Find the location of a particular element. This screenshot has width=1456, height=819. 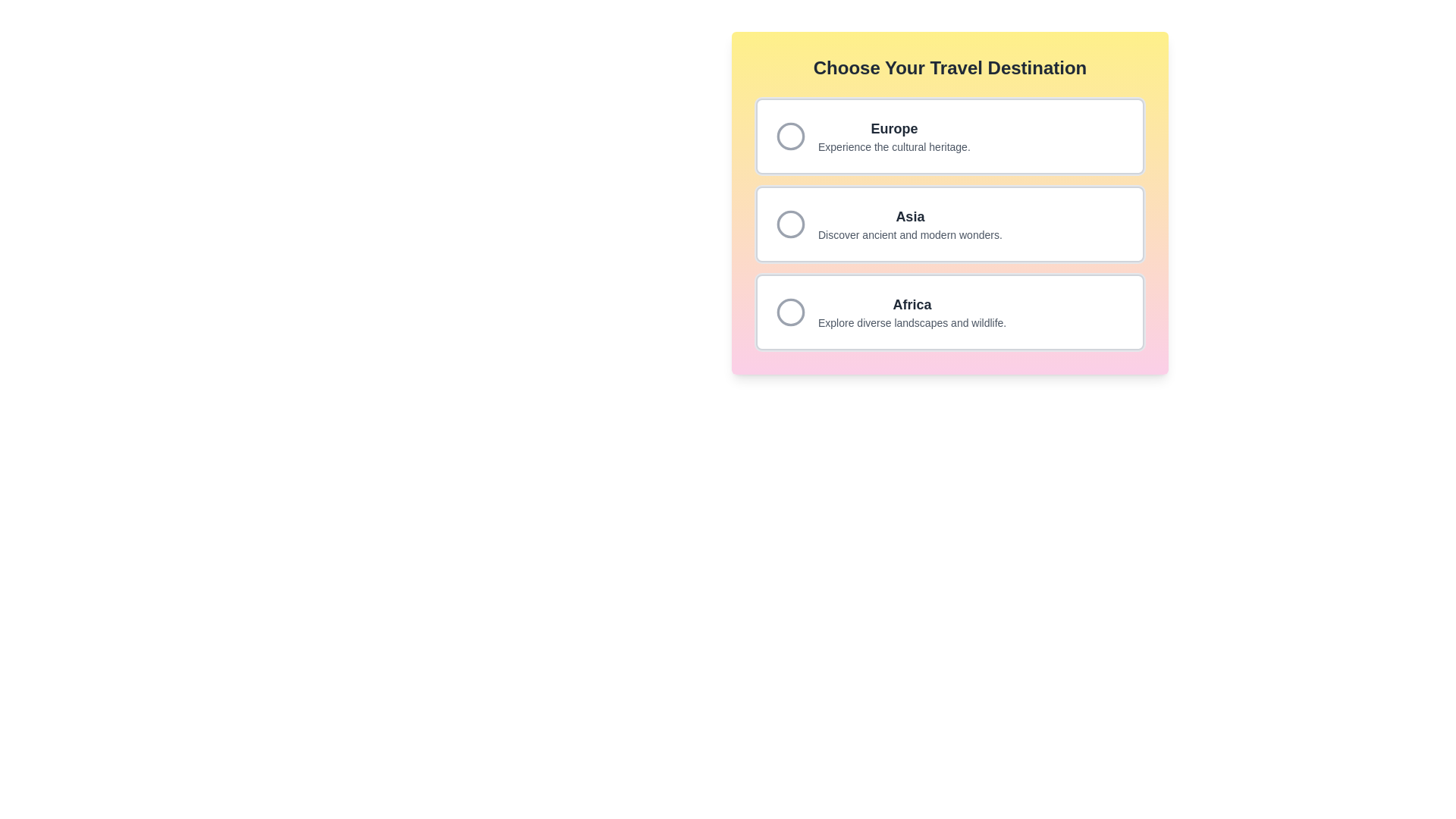

the radio button located to the left of the text 'Asia' is located at coordinates (789, 224).